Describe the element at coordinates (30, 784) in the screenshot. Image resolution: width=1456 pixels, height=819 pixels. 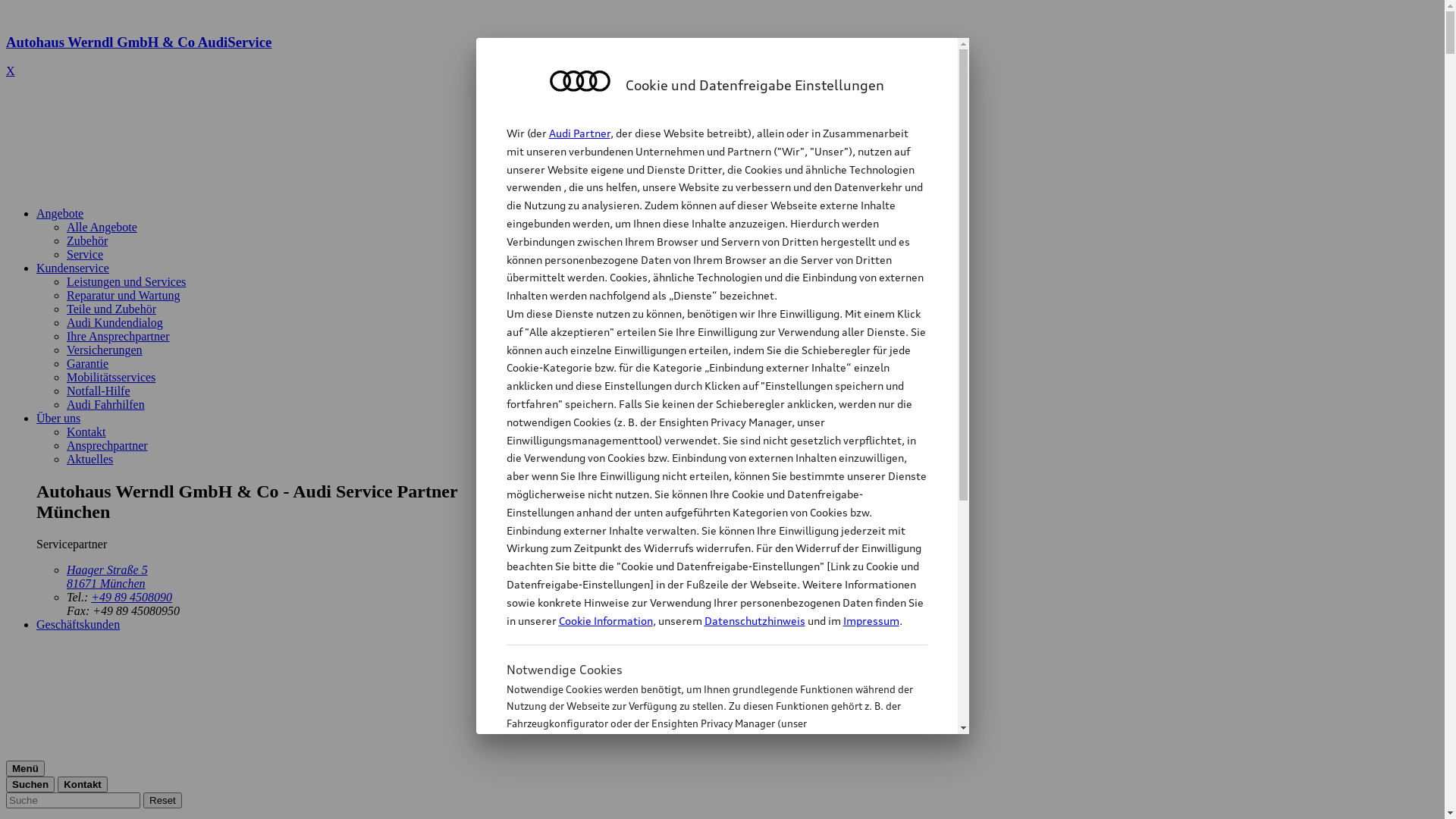
I see `'Suchen'` at that location.